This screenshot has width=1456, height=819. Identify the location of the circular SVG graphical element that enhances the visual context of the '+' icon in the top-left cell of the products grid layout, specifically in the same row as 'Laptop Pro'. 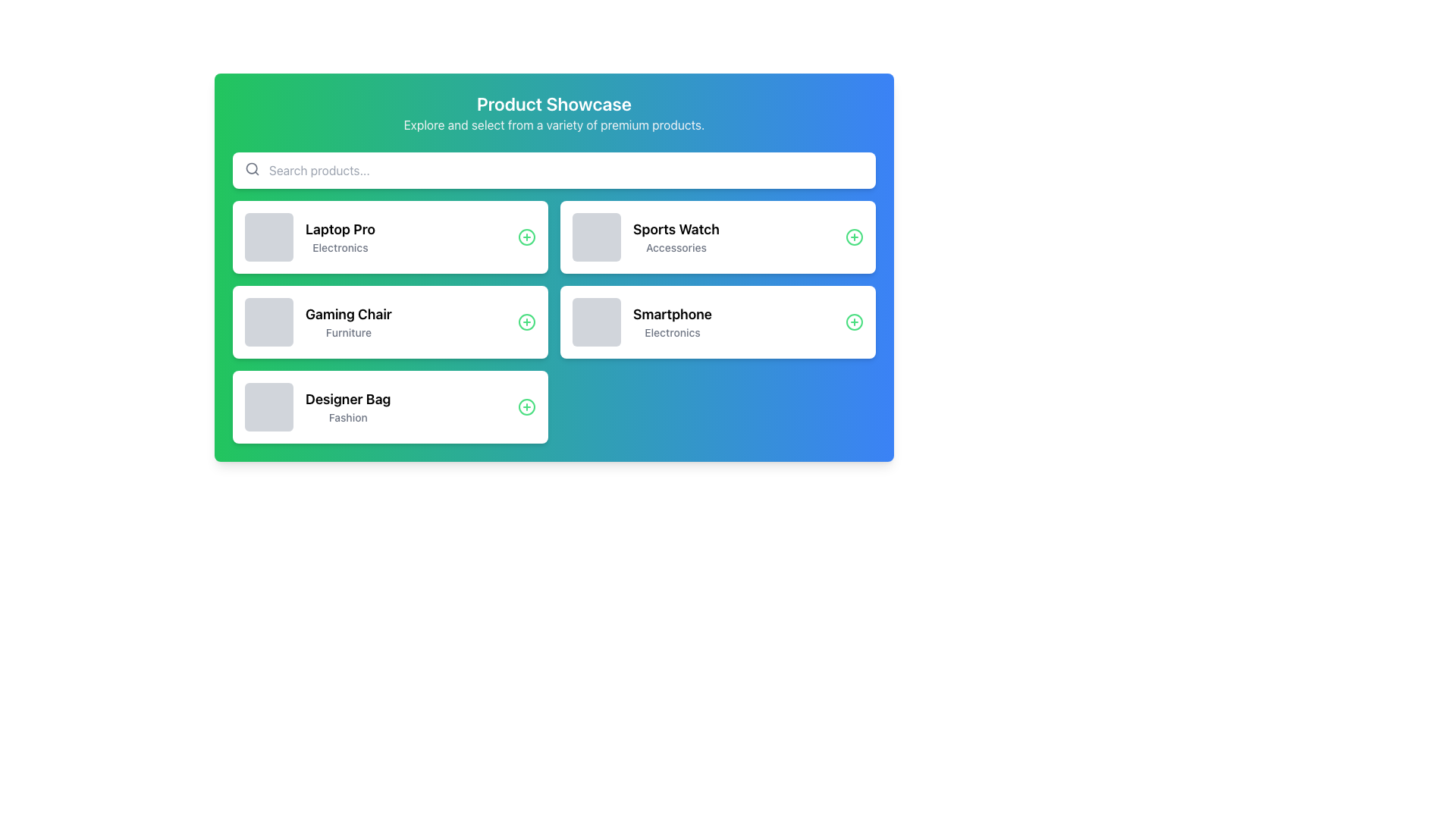
(527, 237).